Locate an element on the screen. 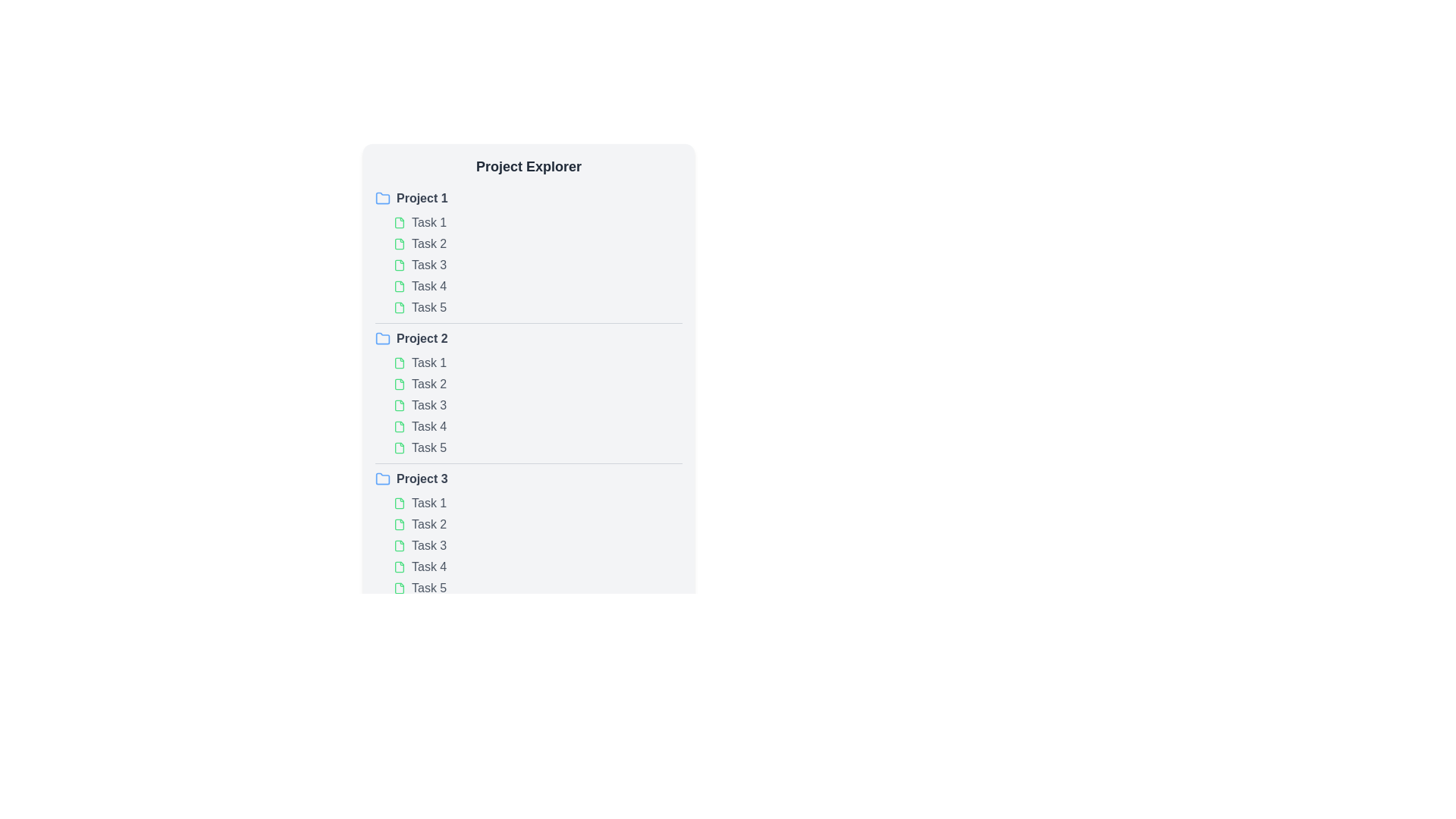  the icon representing the visual marker for the task item labeled 'Task 3' in the 'Project 1' section is located at coordinates (400, 265).